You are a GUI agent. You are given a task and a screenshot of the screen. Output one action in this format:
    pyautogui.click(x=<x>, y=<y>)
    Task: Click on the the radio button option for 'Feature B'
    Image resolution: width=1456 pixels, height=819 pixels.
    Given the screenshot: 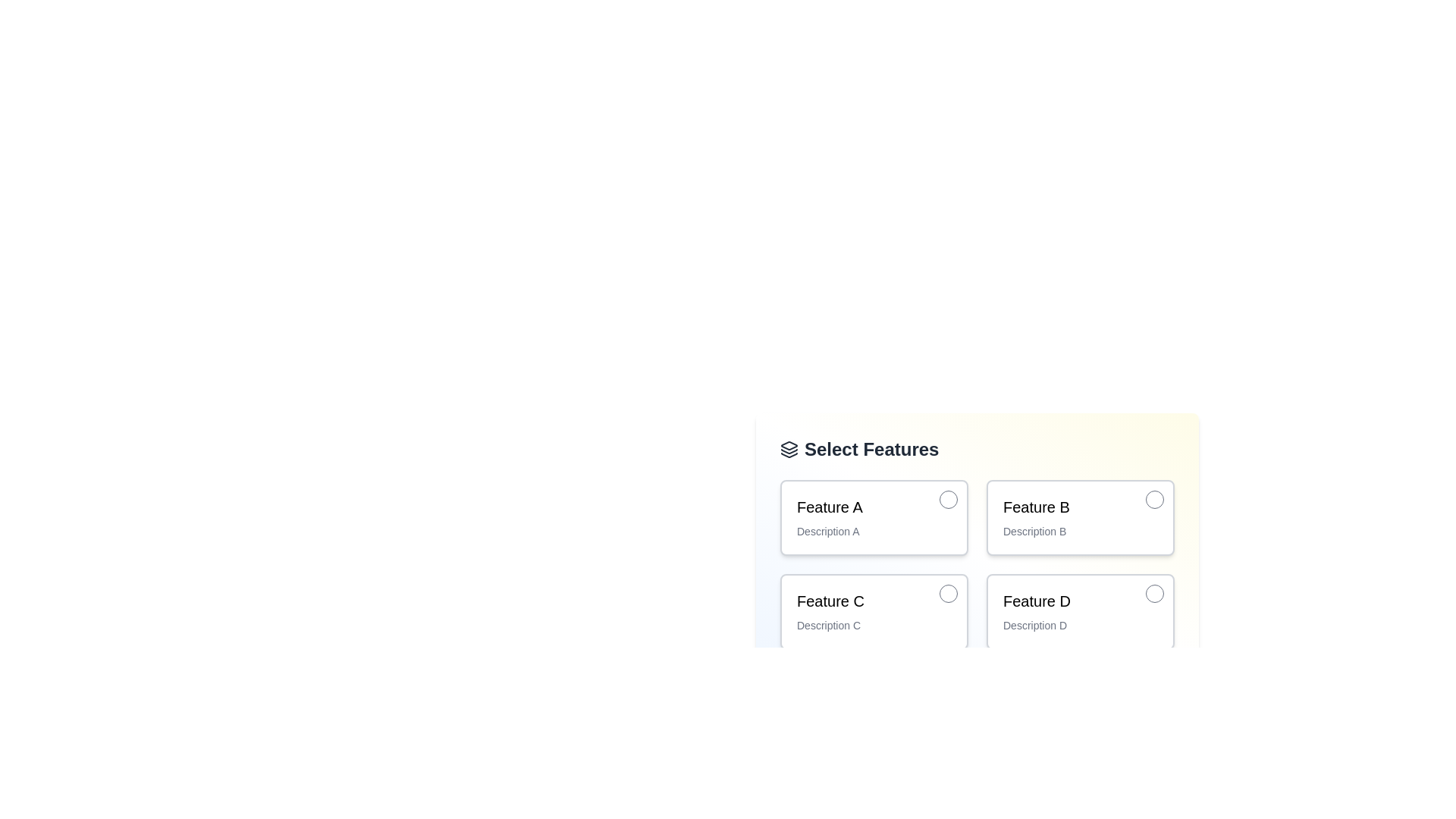 What is the action you would take?
    pyautogui.click(x=1080, y=516)
    